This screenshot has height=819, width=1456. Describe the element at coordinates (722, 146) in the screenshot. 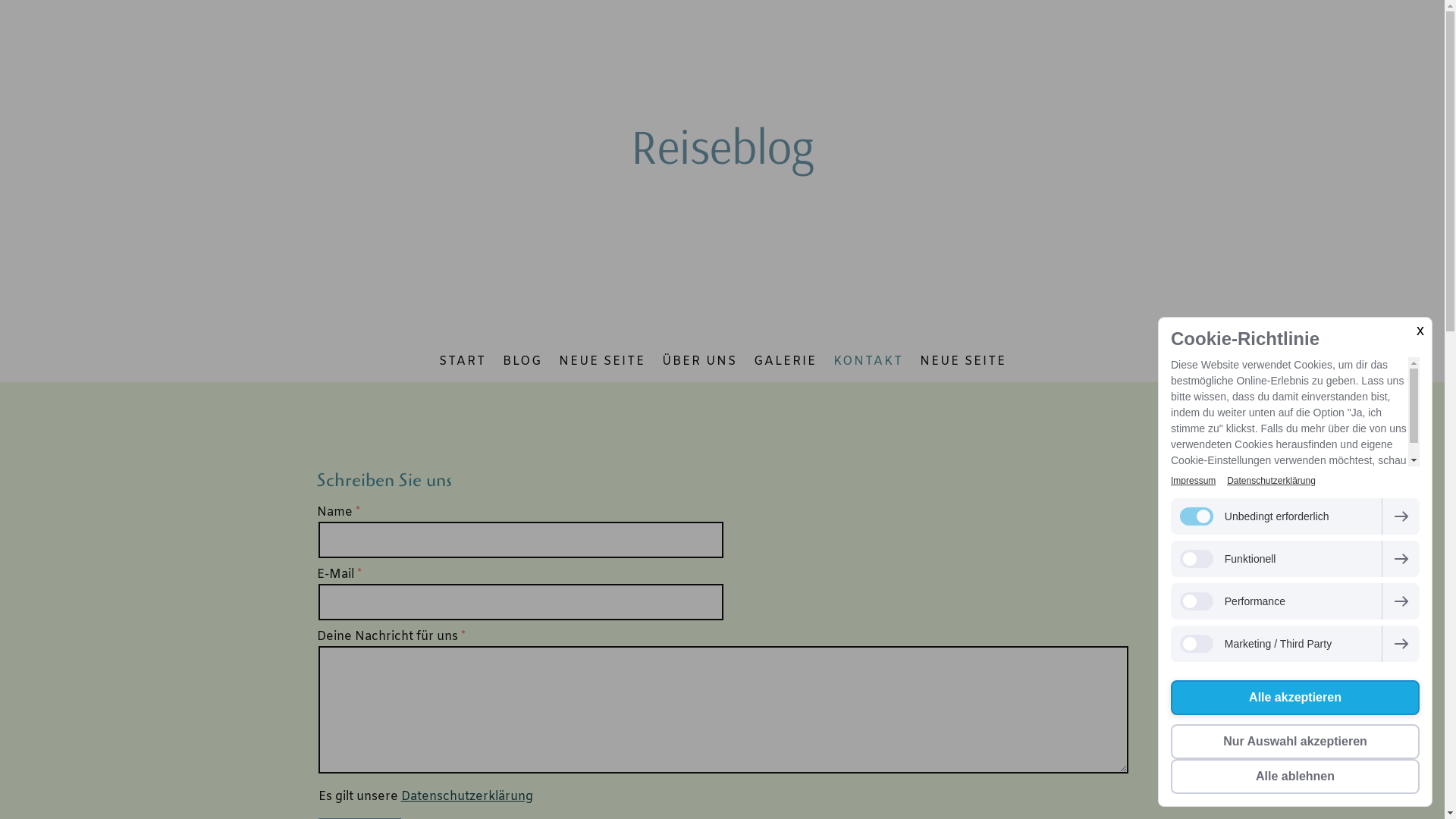

I see `'Reiseblog'` at that location.